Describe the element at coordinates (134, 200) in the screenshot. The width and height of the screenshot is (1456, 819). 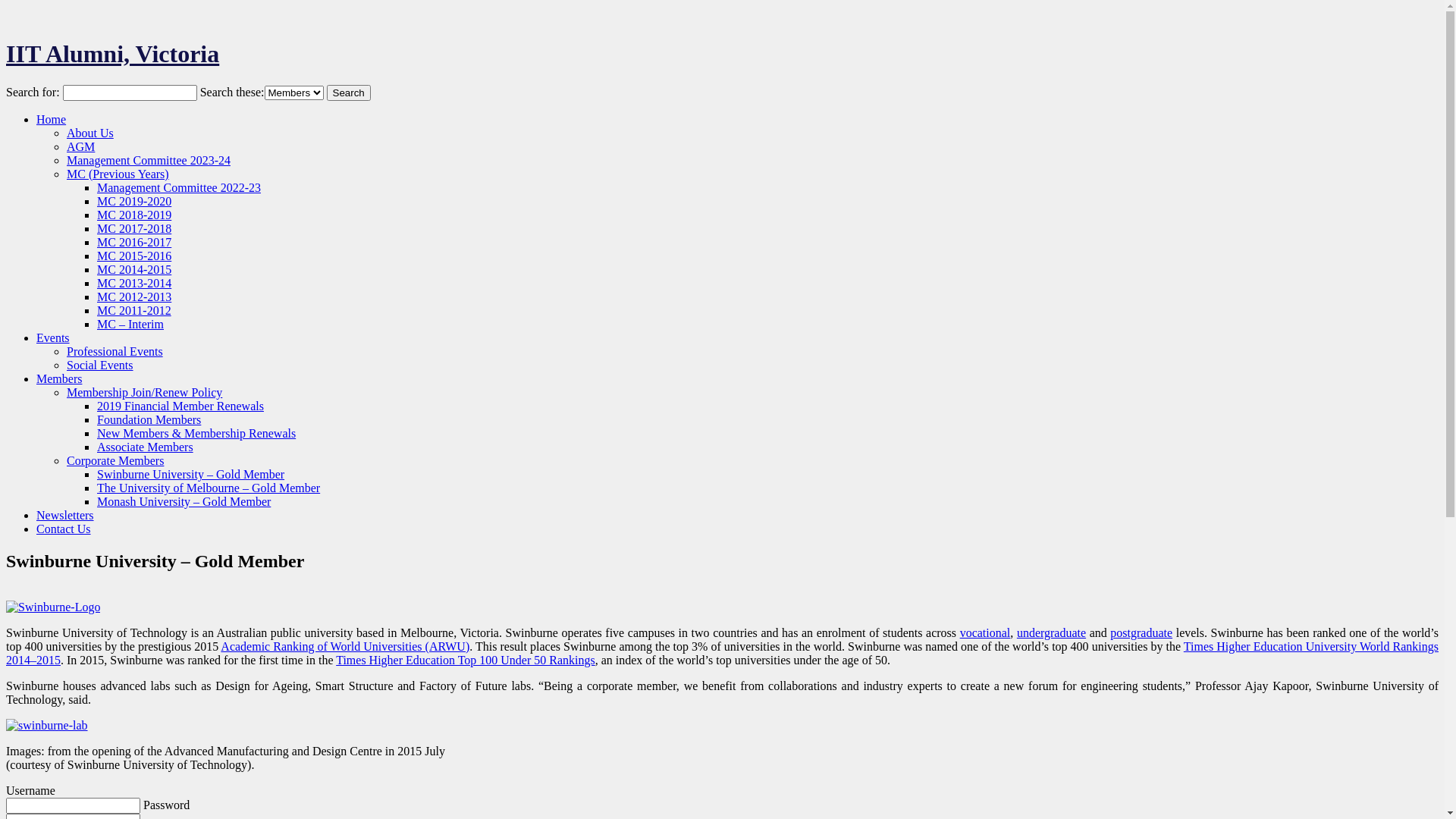
I see `'MC 2019-2020'` at that location.